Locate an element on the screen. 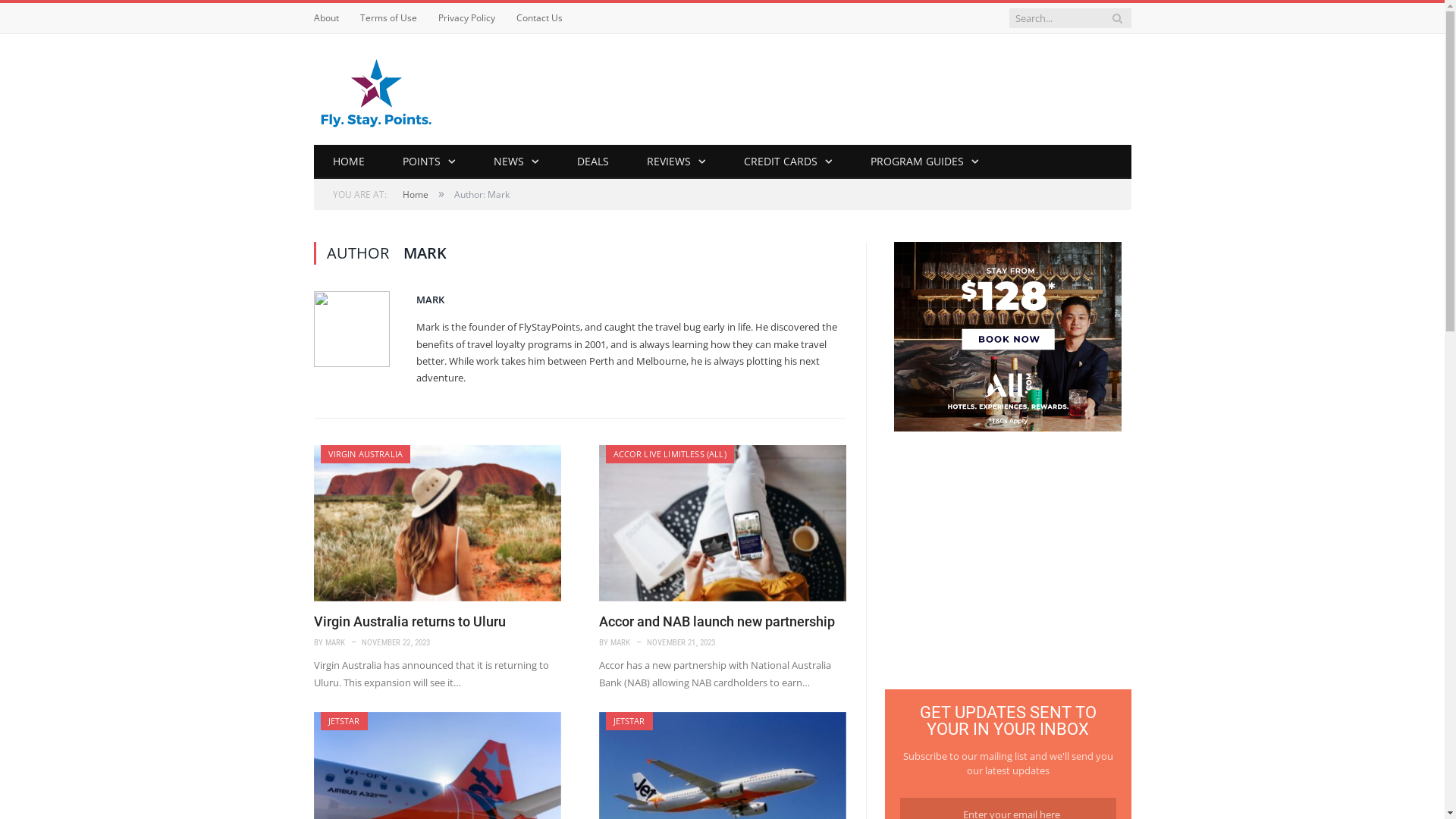 The image size is (1456, 819). 'DEALS' is located at coordinates (592, 162).